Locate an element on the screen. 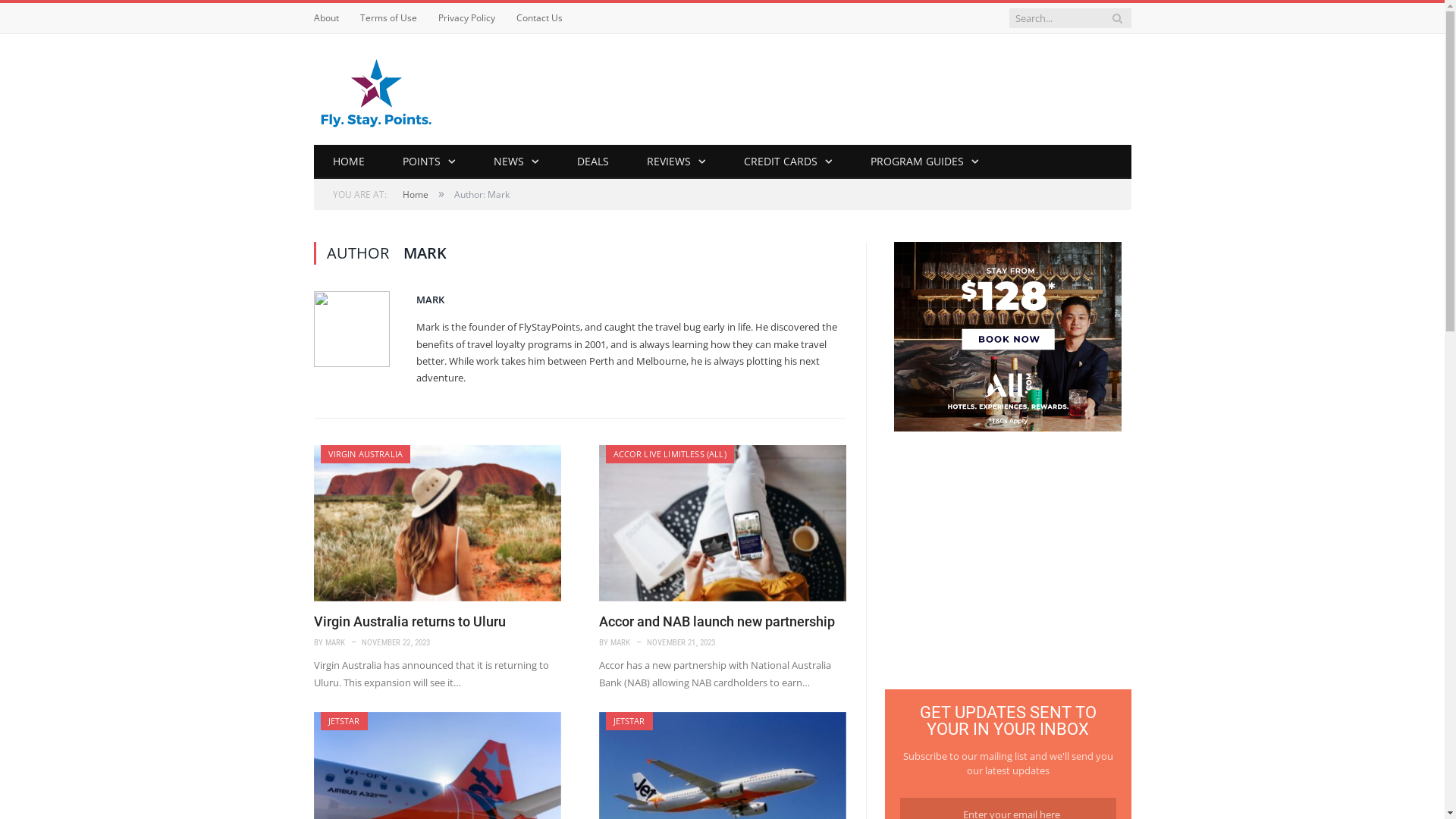 The image size is (1456, 819). 'DEALS' is located at coordinates (592, 162).